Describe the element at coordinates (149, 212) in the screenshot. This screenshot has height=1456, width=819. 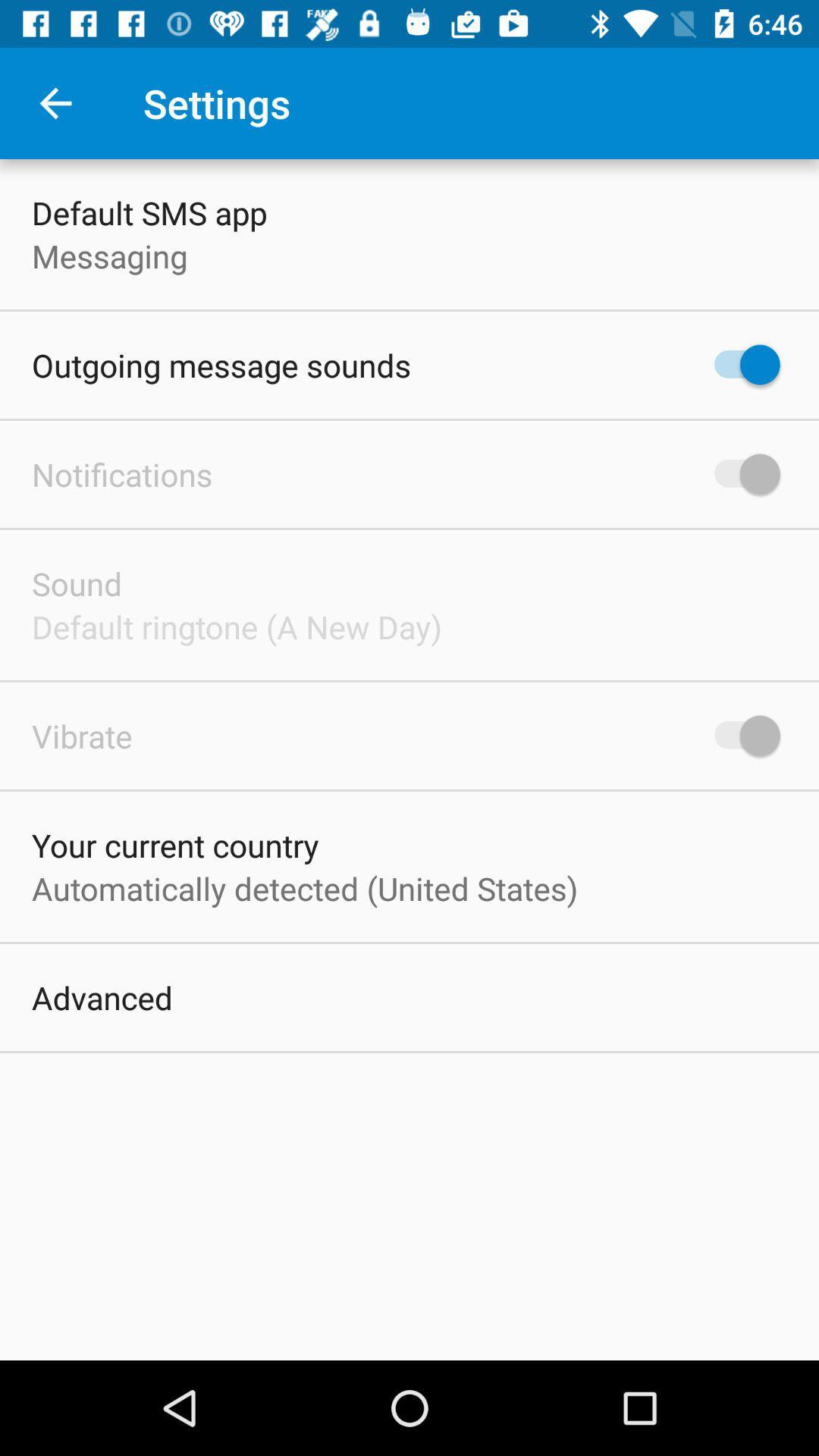
I see `the icon above messaging item` at that location.